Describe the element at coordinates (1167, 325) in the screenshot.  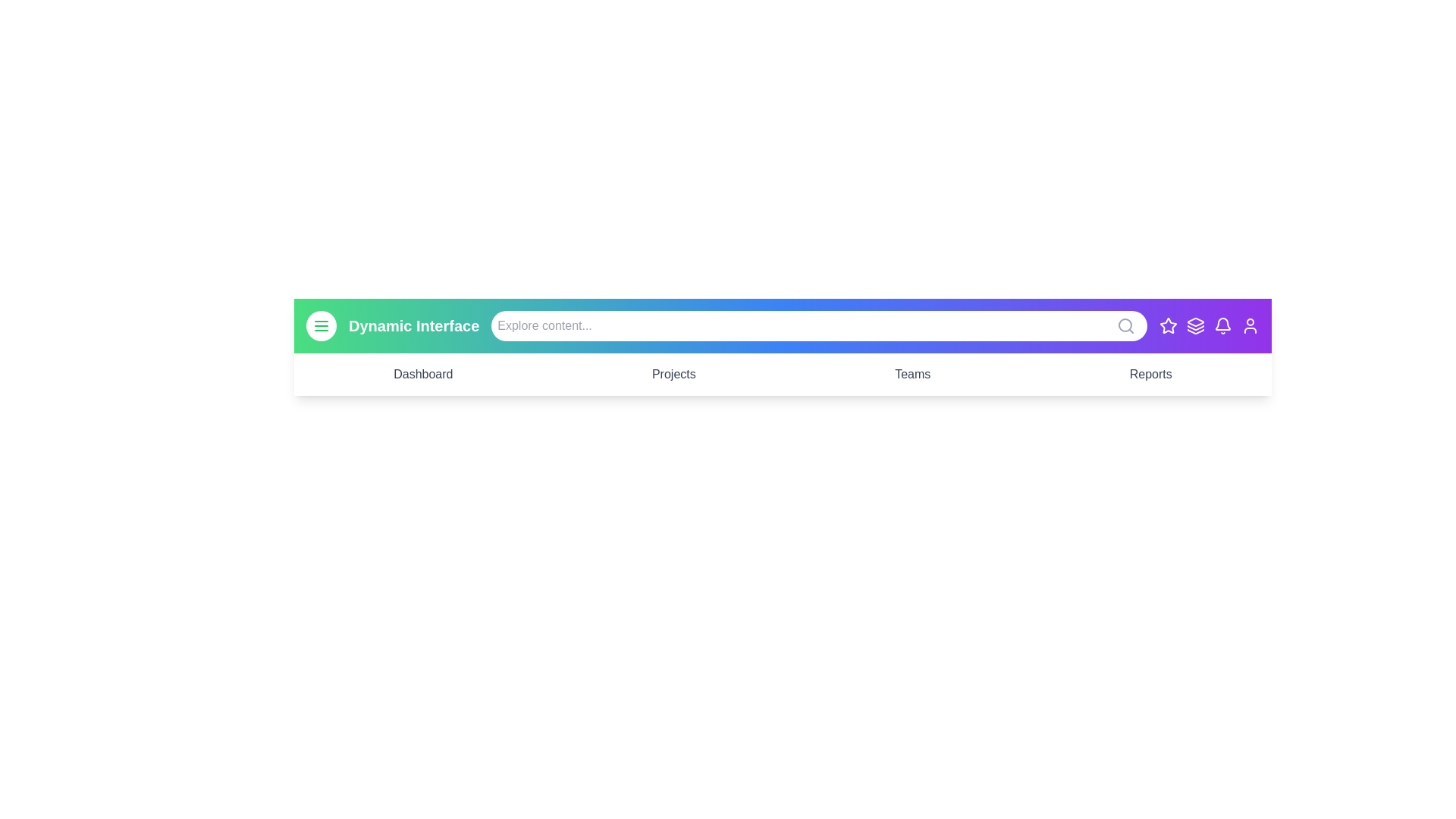
I see `the Star icon to perform its associated action` at that location.